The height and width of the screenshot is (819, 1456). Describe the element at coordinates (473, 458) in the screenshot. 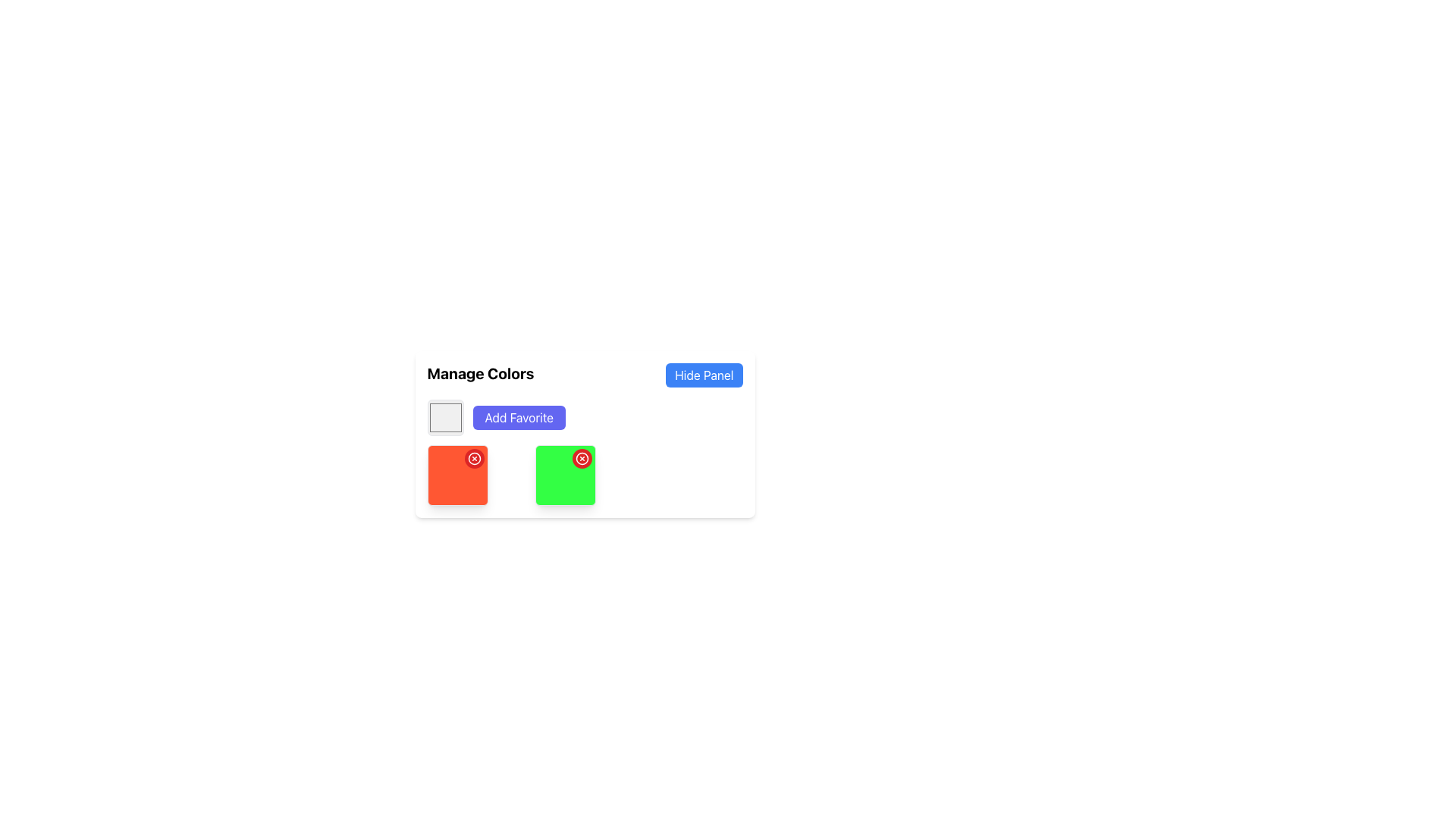

I see `the red circular button with a white cross icon located at the top-right corner of the orange square tile in the 'Manage Colors' panel` at that location.